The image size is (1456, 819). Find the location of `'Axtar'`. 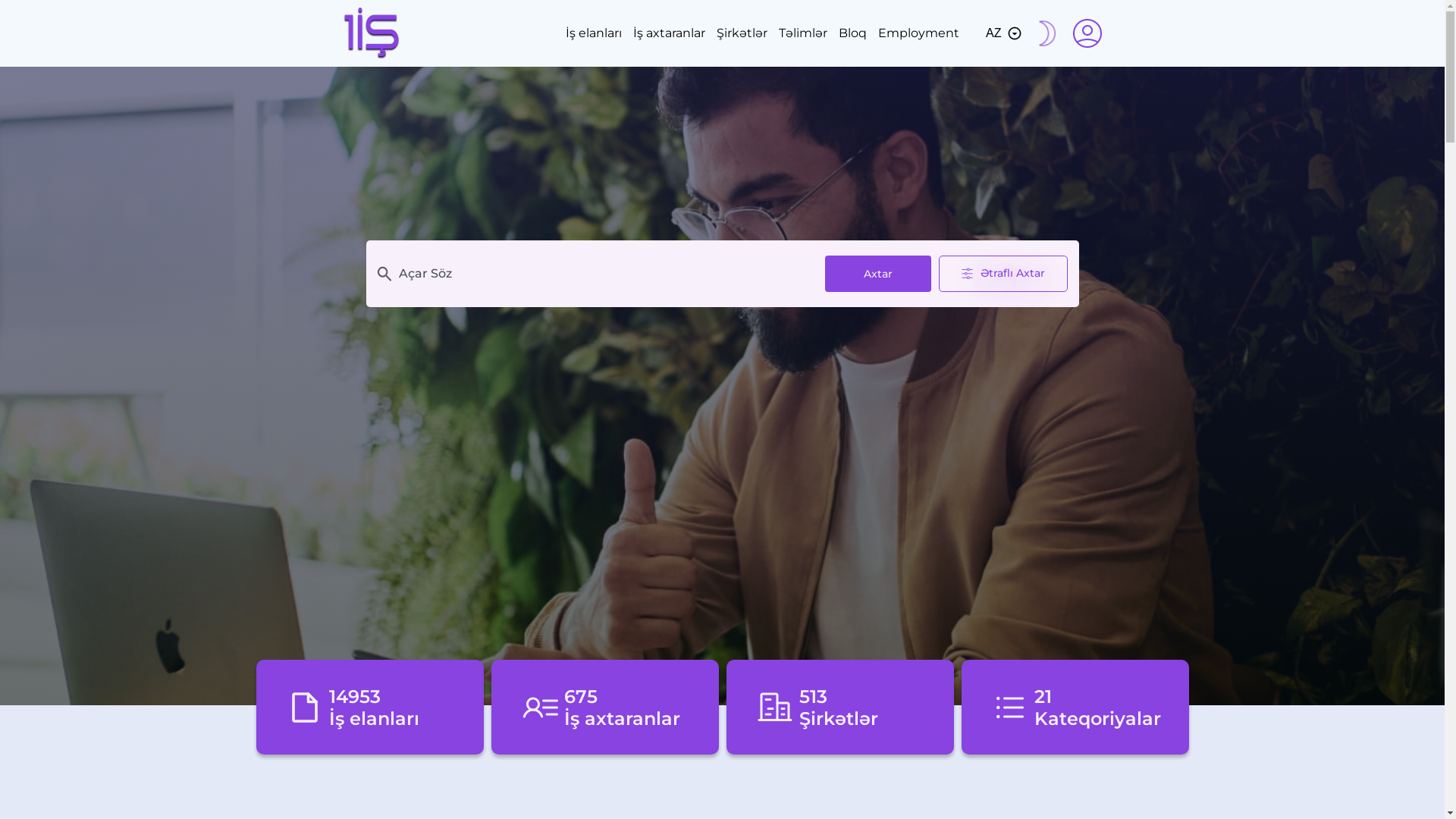

'Axtar' is located at coordinates (877, 274).